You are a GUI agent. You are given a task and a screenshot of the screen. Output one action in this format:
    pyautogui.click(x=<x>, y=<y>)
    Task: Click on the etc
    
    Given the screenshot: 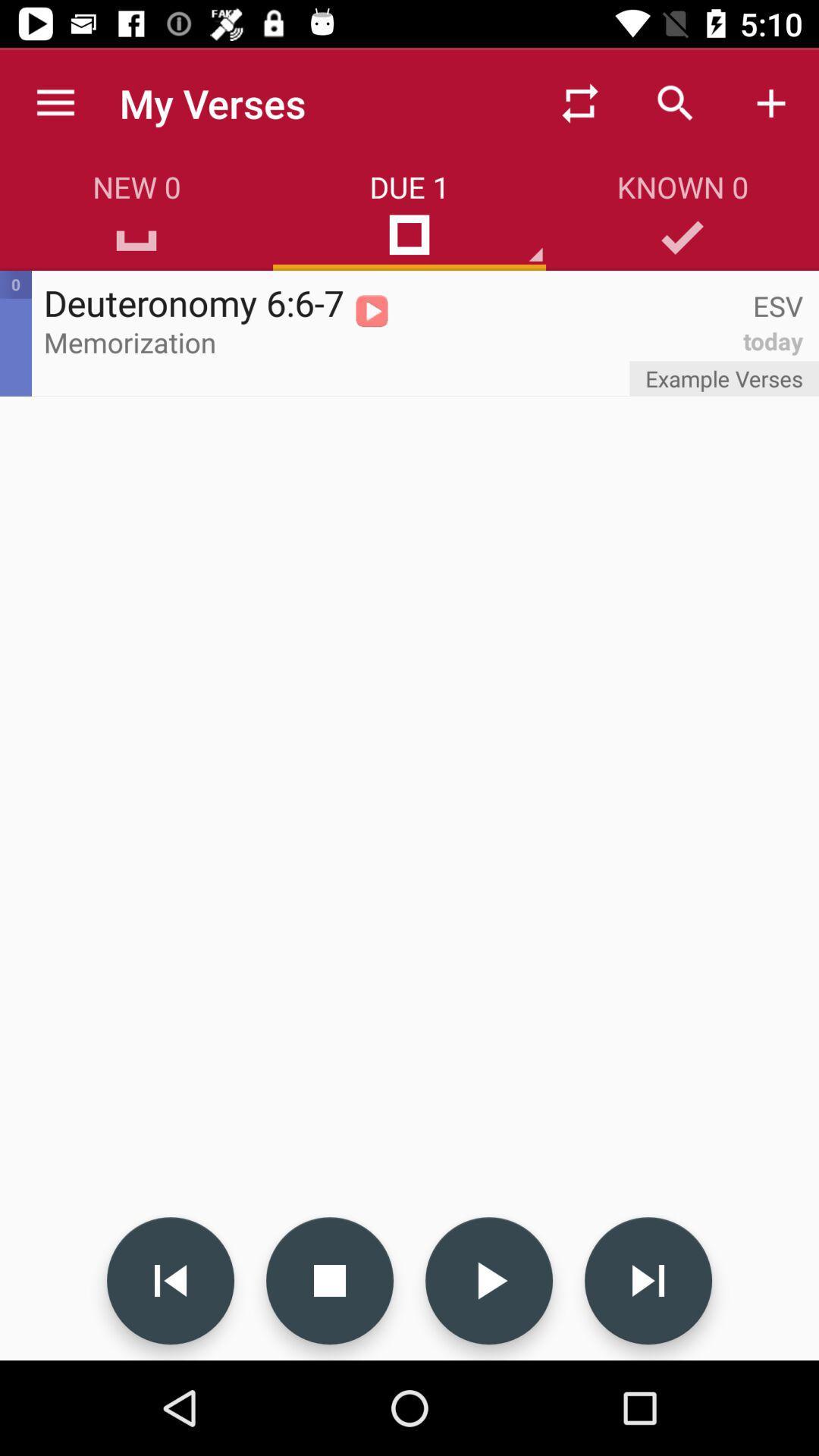 What is the action you would take?
    pyautogui.click(x=329, y=1280)
    